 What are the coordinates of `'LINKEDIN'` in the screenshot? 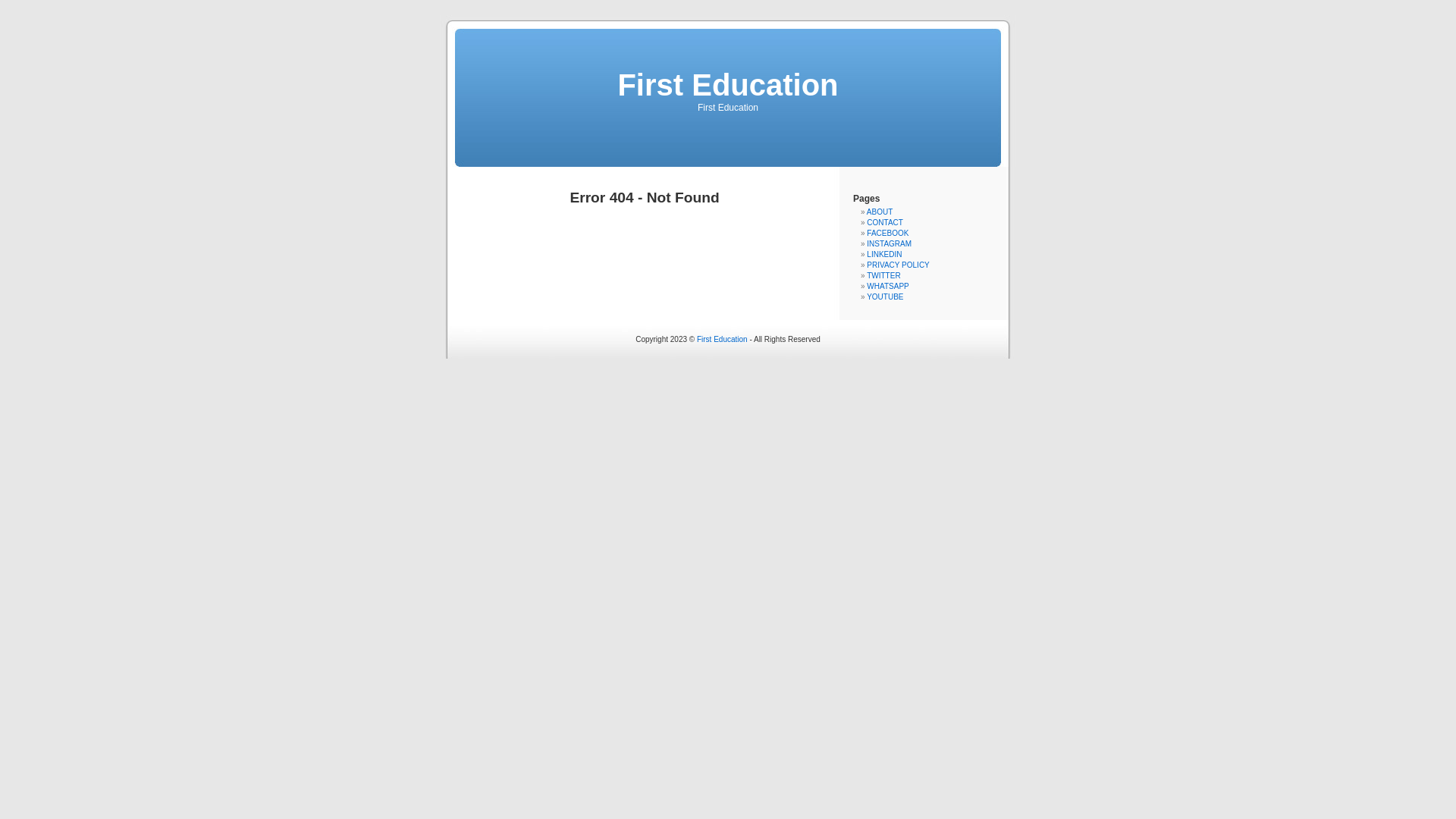 It's located at (884, 253).